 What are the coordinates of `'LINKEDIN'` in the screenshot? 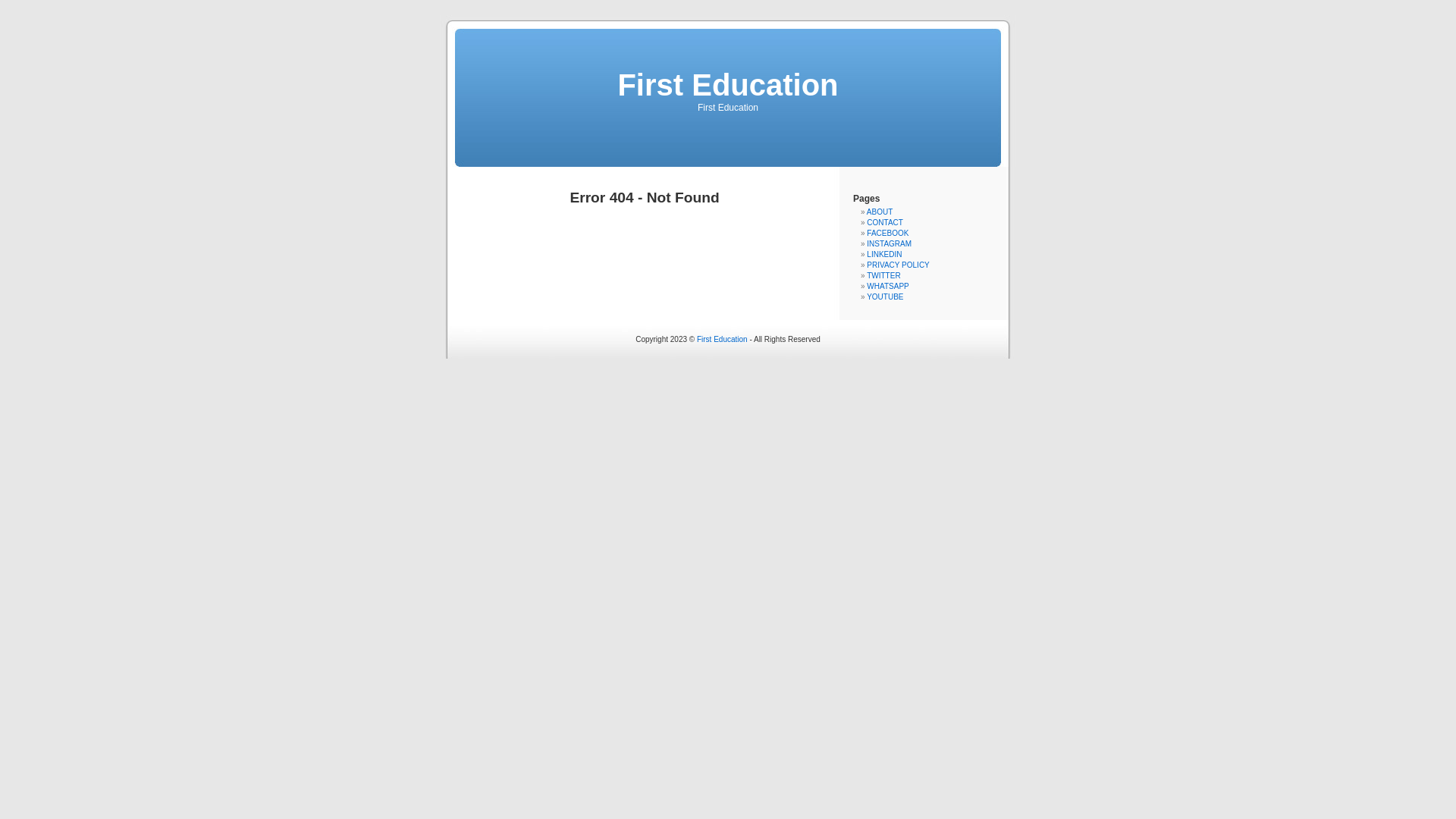 It's located at (884, 253).